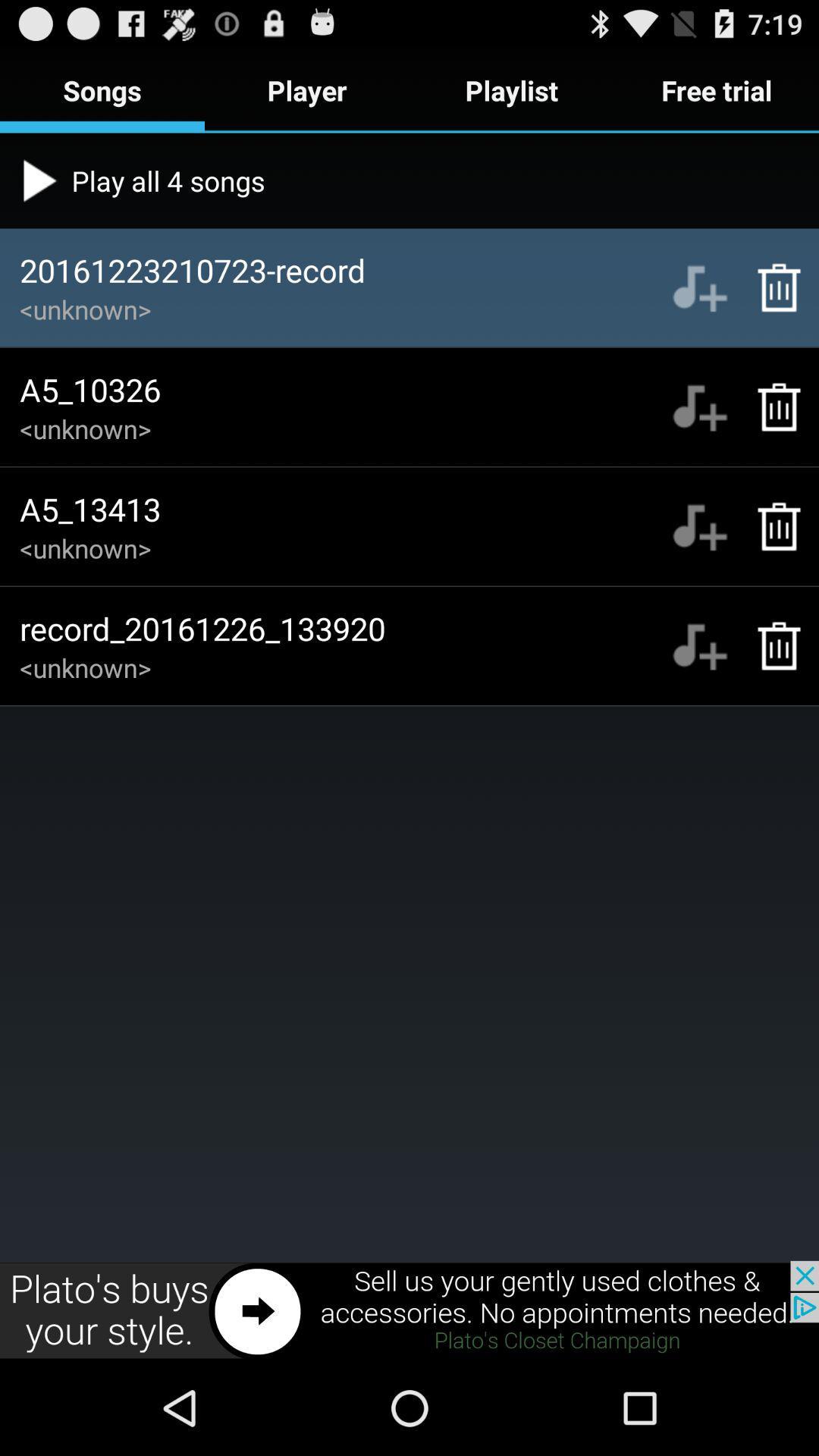 The image size is (819, 1456). What do you see at coordinates (699, 287) in the screenshot?
I see `song` at bounding box center [699, 287].